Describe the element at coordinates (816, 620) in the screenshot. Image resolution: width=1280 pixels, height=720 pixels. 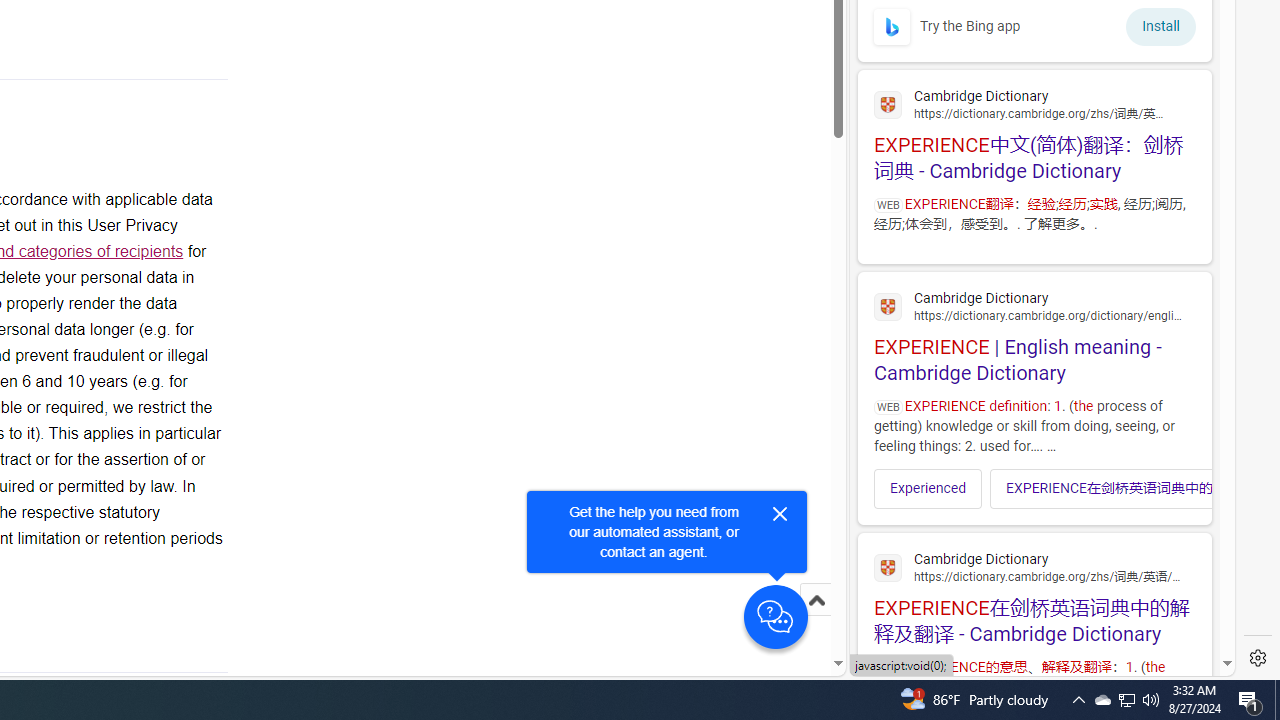
I see `'Scroll to top'` at that location.